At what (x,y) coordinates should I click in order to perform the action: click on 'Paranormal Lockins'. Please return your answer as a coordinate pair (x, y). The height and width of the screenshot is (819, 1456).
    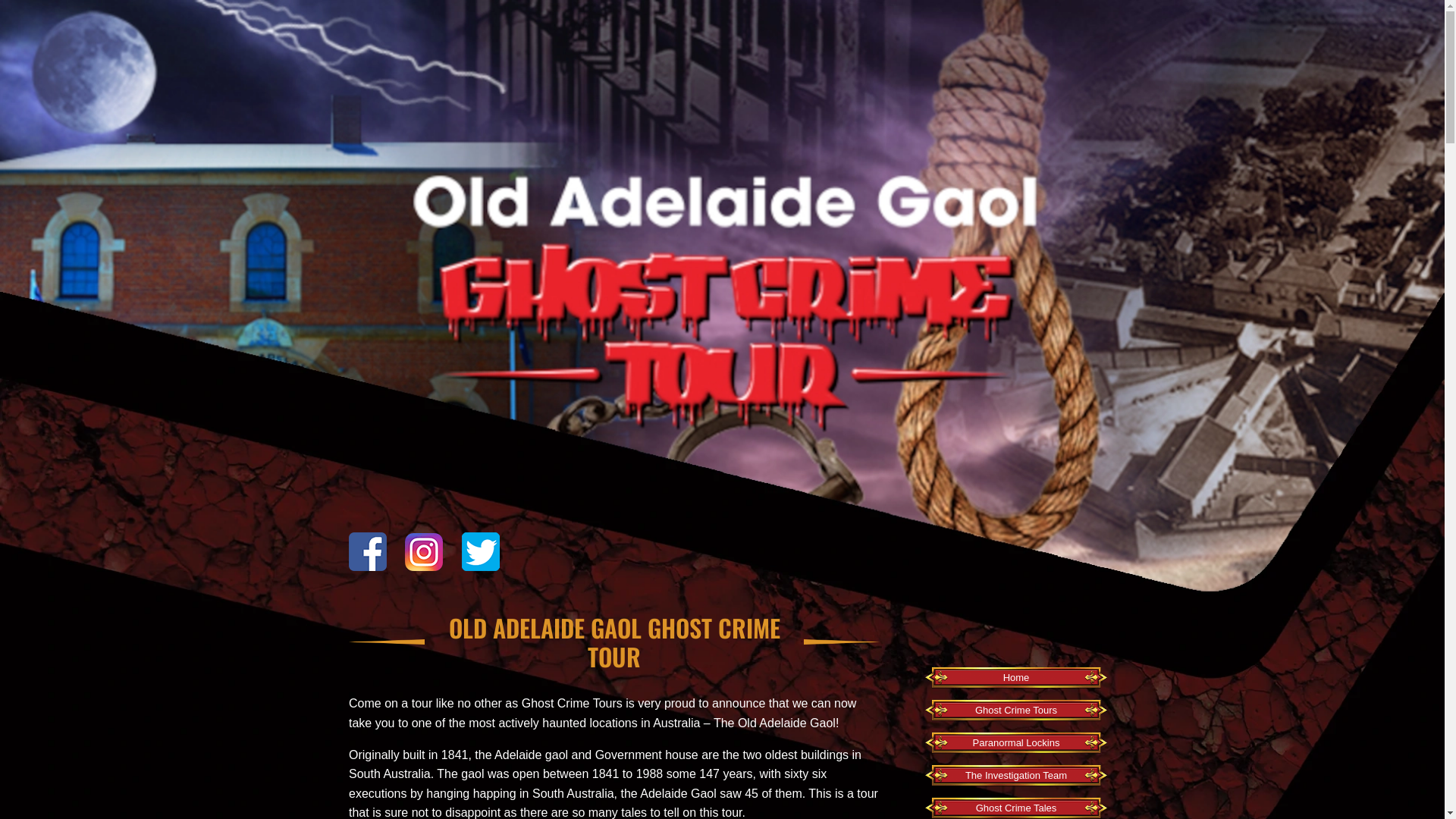
    Looking at the image, I should click on (1015, 742).